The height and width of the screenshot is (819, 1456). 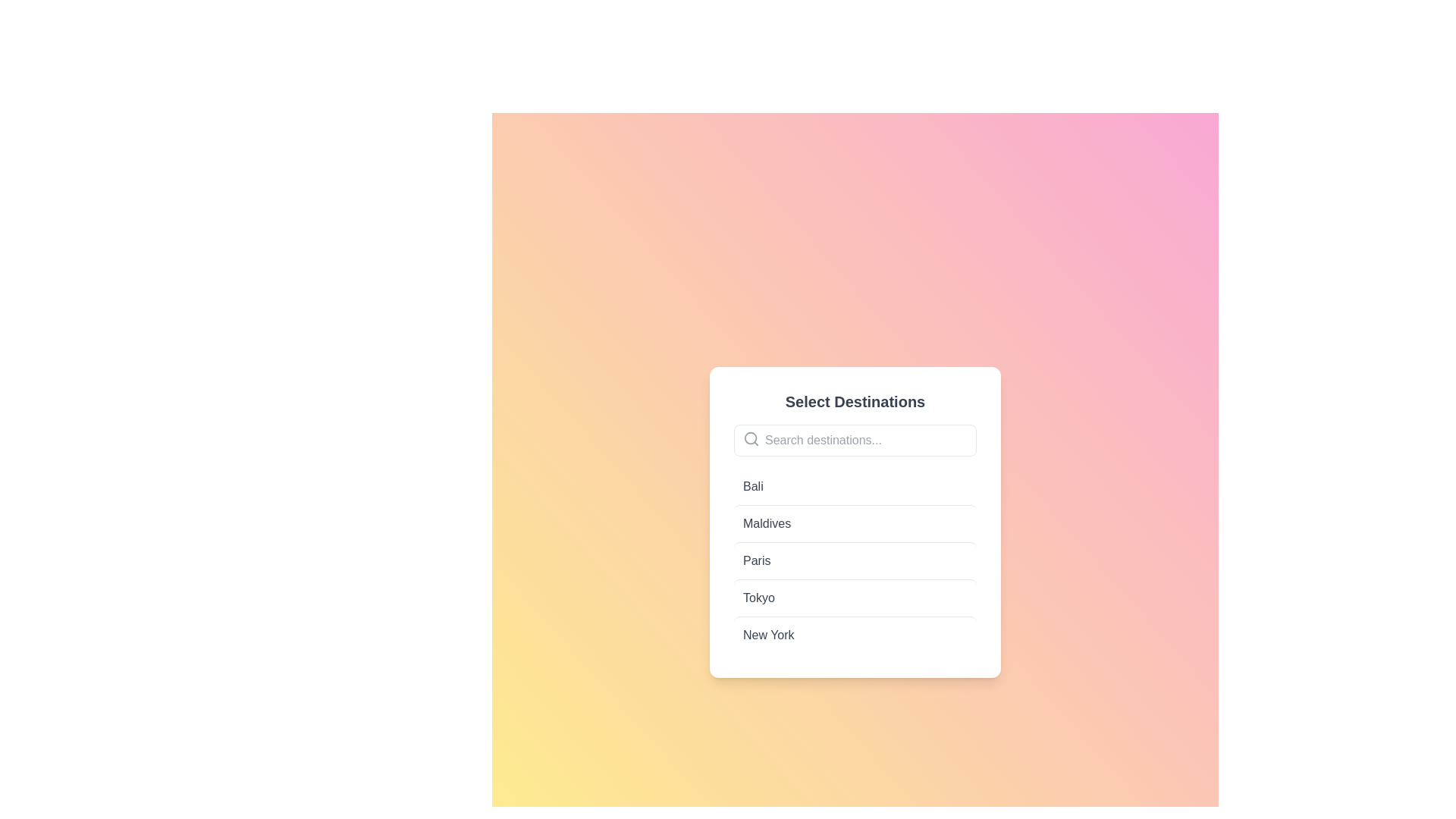 What do you see at coordinates (758, 598) in the screenshot?
I see `the text label displaying 'Tokyo', which is the fourth destination in the vertical list under 'Select Destinations'` at bounding box center [758, 598].